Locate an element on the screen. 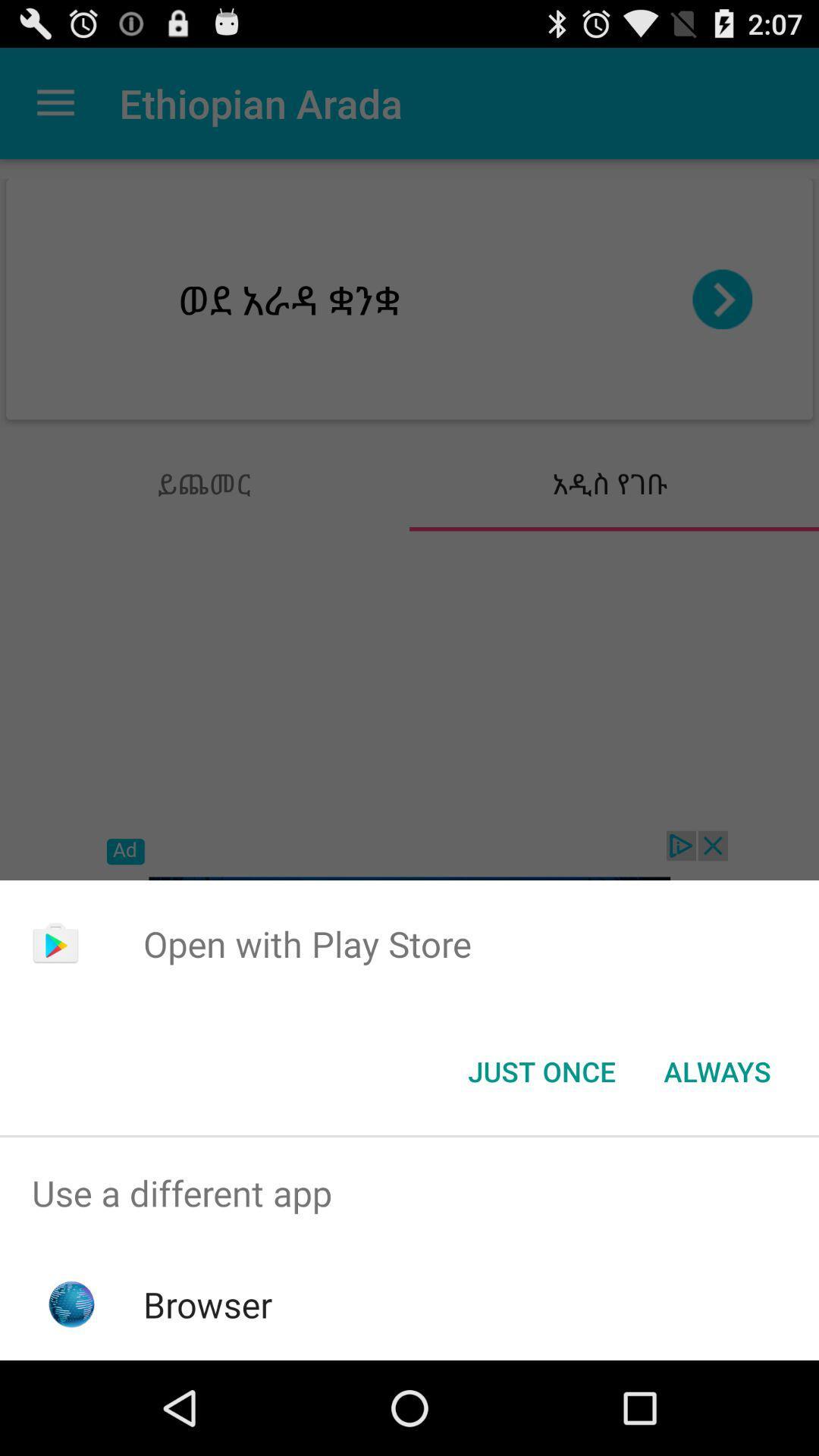 The image size is (819, 1456). item at the bottom right corner is located at coordinates (717, 1070).